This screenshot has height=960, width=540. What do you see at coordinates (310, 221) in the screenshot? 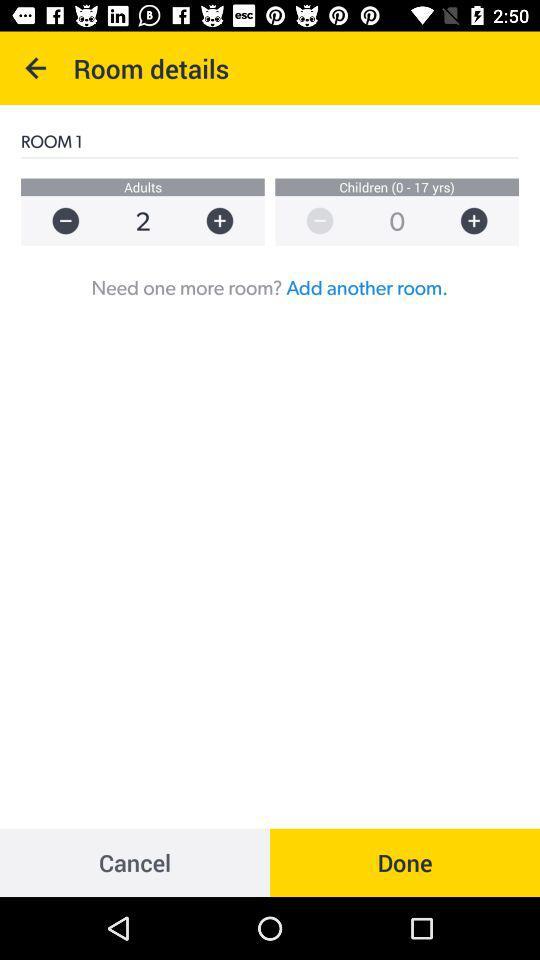
I see `decrease number of children` at bounding box center [310, 221].